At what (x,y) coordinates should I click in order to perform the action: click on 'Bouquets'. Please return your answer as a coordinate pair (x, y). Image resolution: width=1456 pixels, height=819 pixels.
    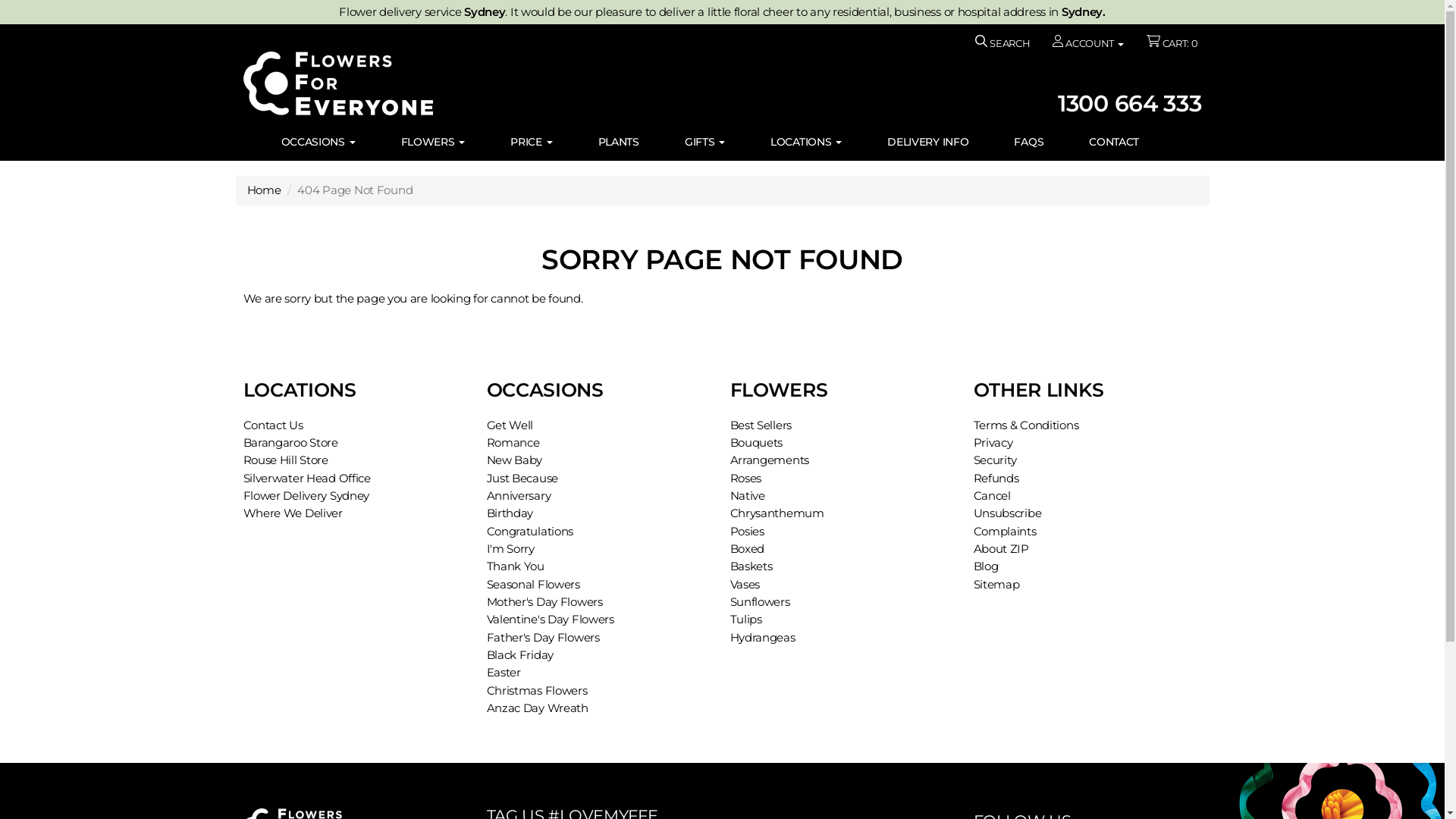
    Looking at the image, I should click on (756, 442).